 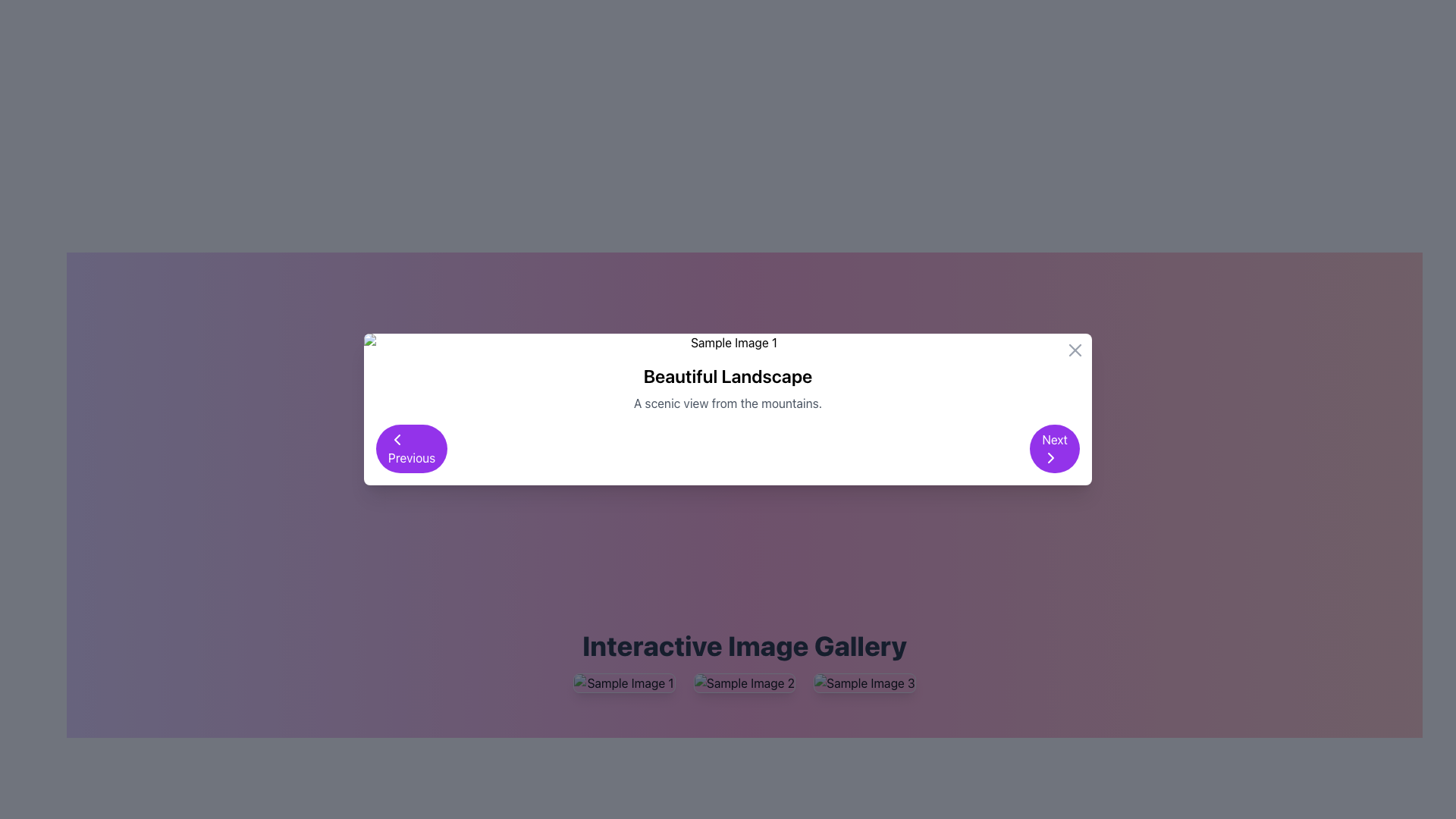 I want to click on the 'X' button located at the top-right corner of the modal window, so click(x=1074, y=350).